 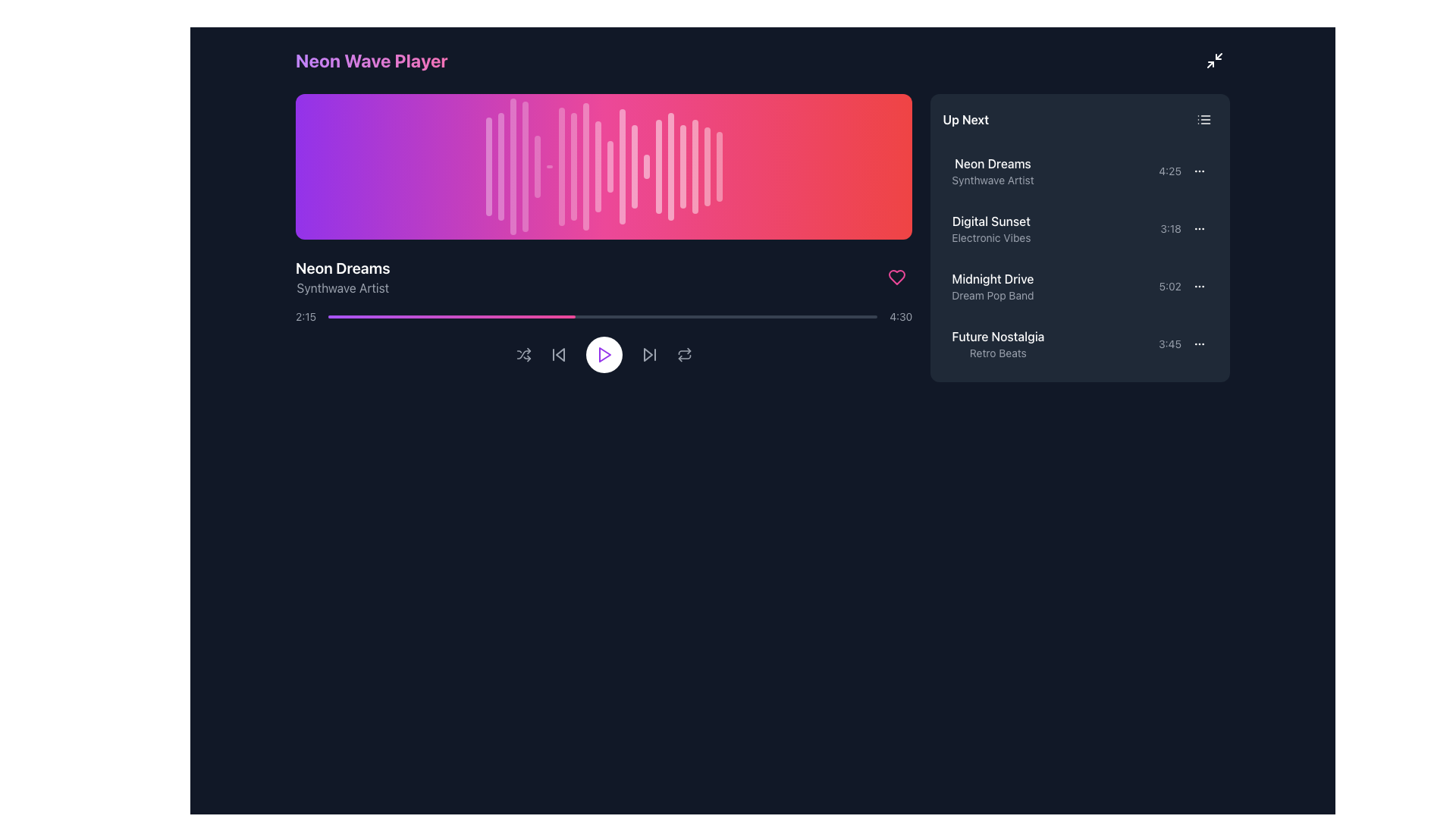 What do you see at coordinates (648, 354) in the screenshot?
I see `the triangular skip-forward icon located at the center of the bottom control panel, to the right of the play button` at bounding box center [648, 354].